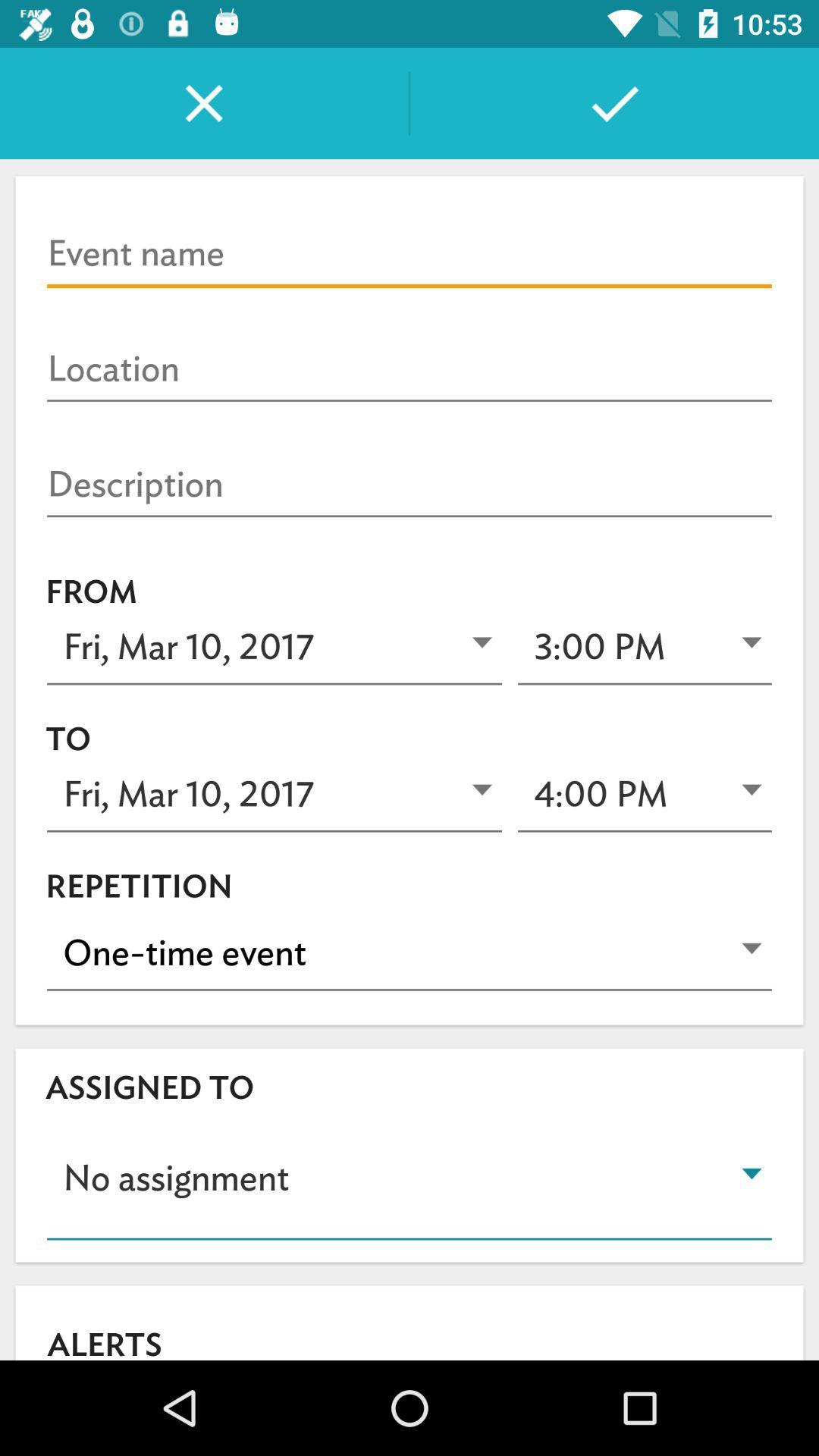  Describe the element at coordinates (409, 952) in the screenshot. I see `icon above assigned to item` at that location.